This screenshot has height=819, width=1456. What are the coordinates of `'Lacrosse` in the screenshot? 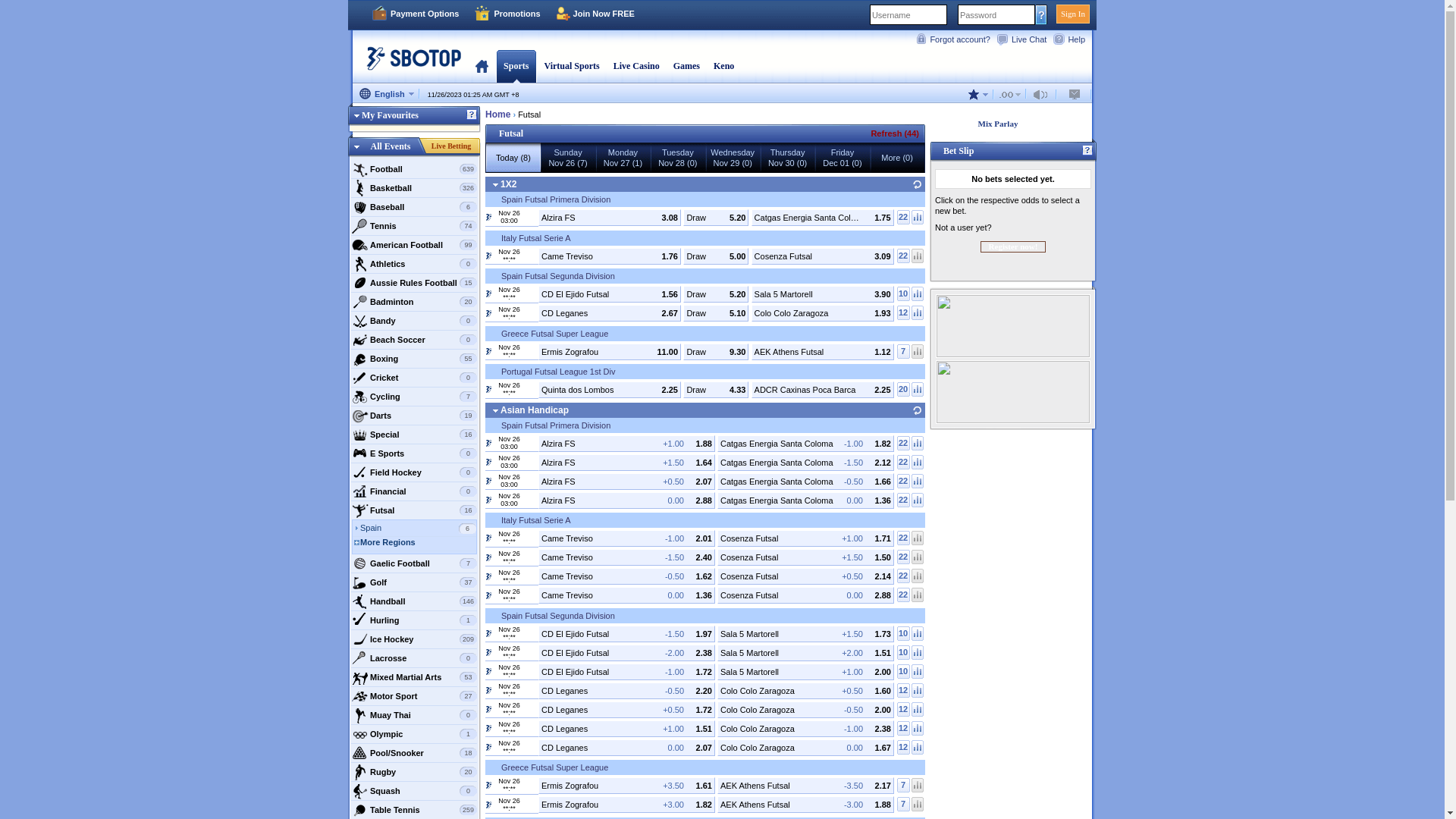 It's located at (414, 657).